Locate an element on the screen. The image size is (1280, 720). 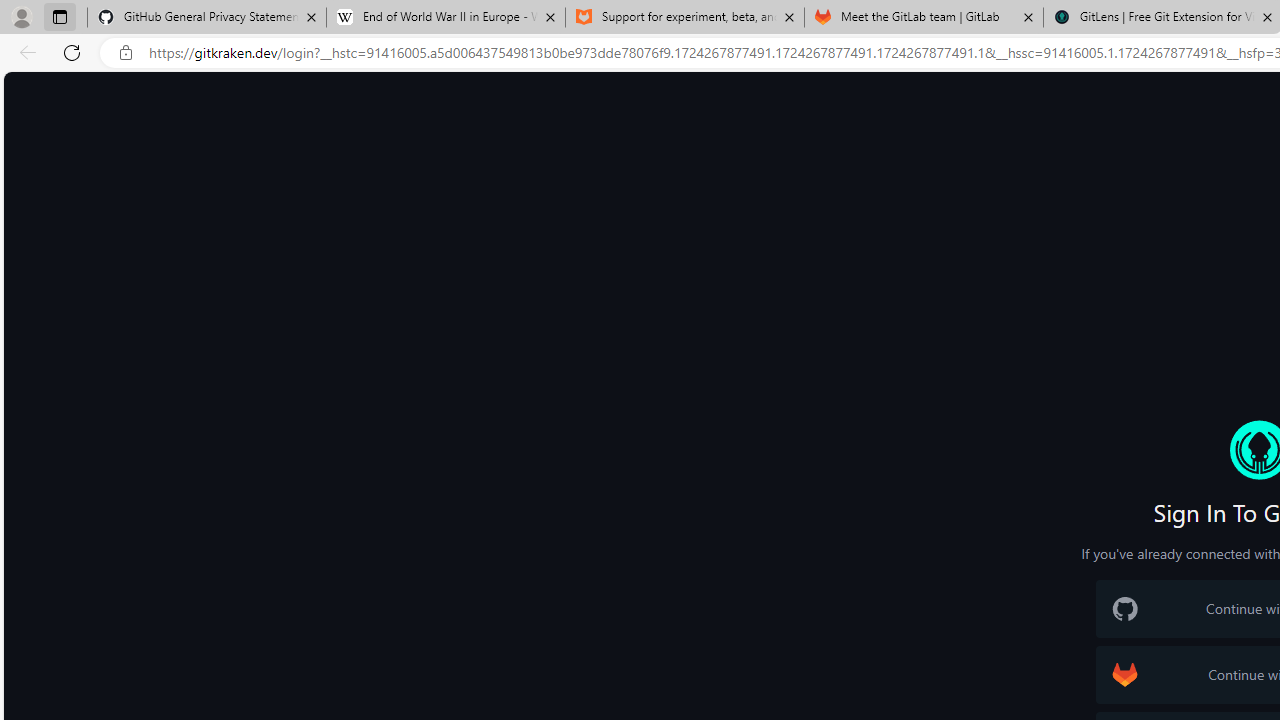
'Meet the GitLab team | GitLab' is located at coordinates (923, 17).